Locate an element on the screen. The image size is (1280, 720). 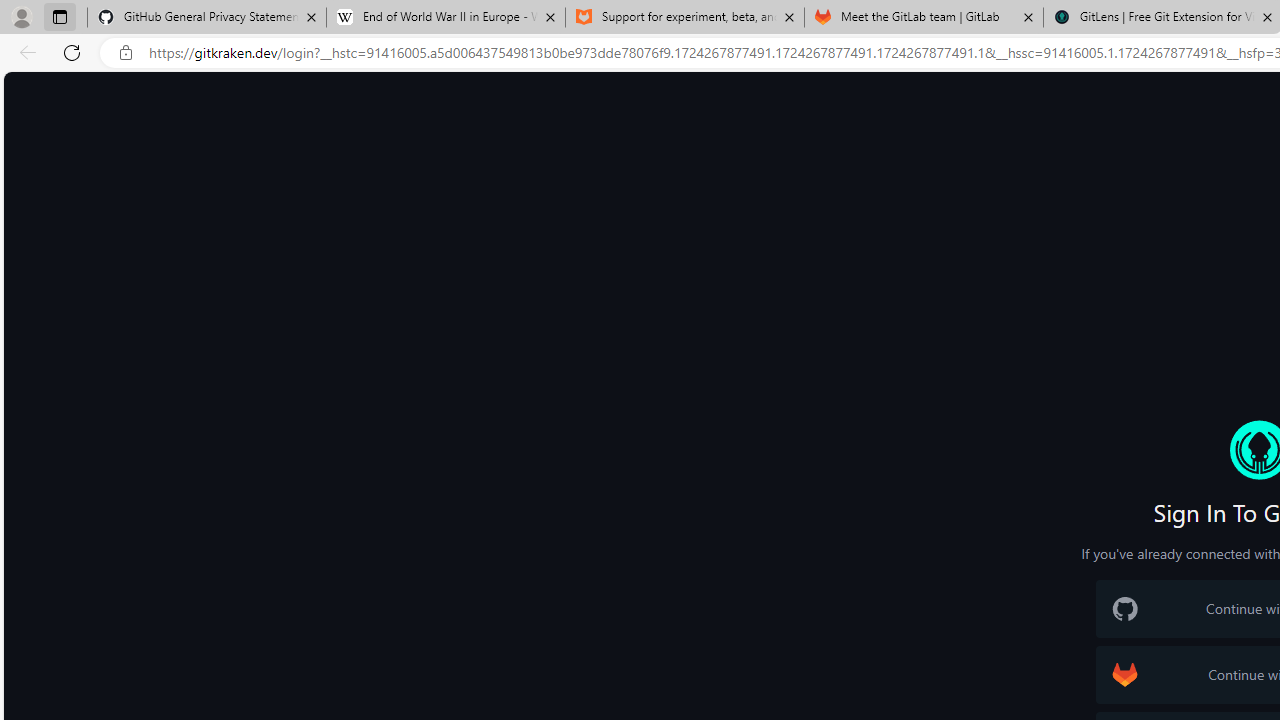
'Meet the GitLab team | GitLab' is located at coordinates (923, 17).